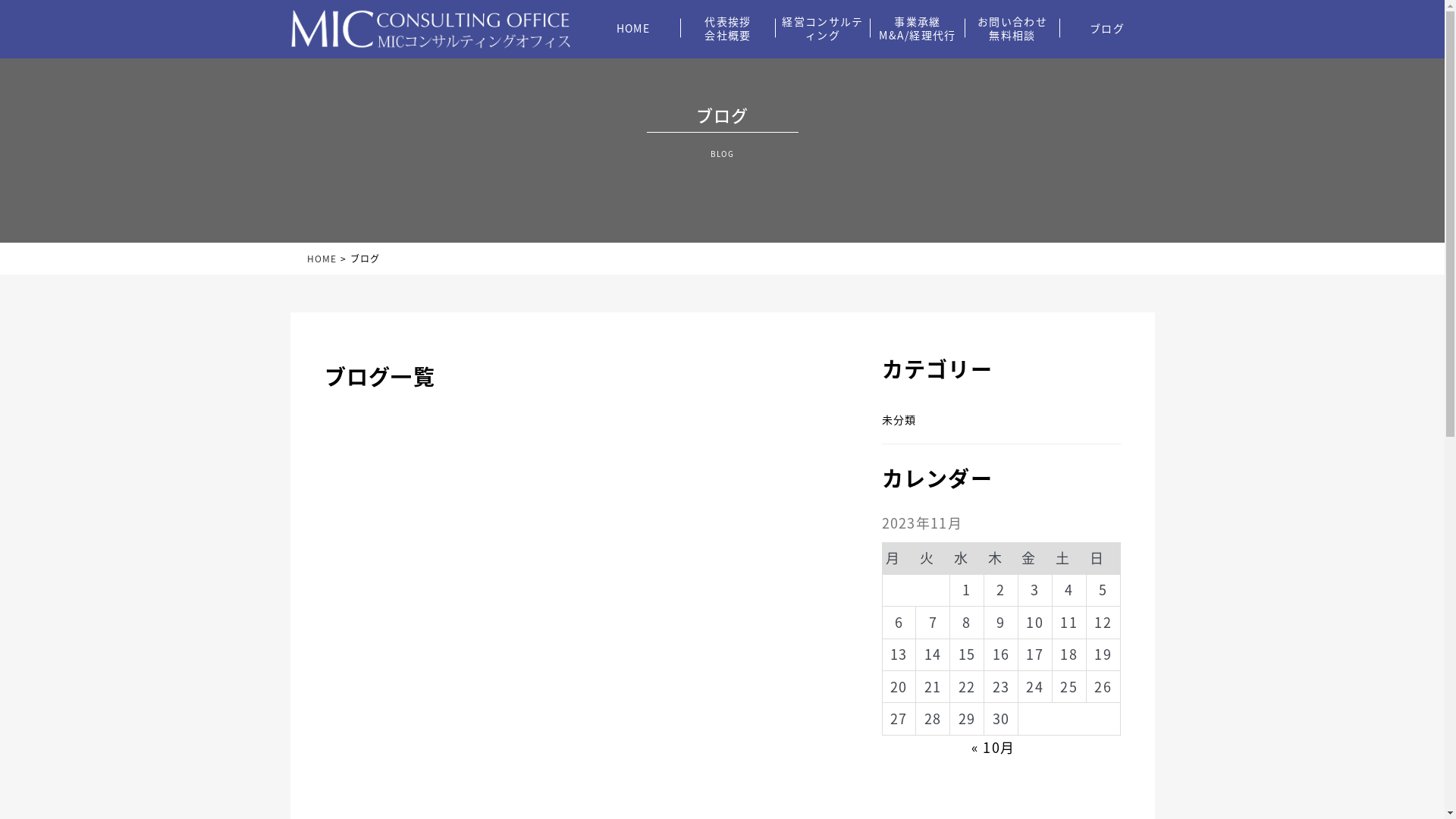  What do you see at coordinates (585, 28) in the screenshot?
I see `'HOME'` at bounding box center [585, 28].